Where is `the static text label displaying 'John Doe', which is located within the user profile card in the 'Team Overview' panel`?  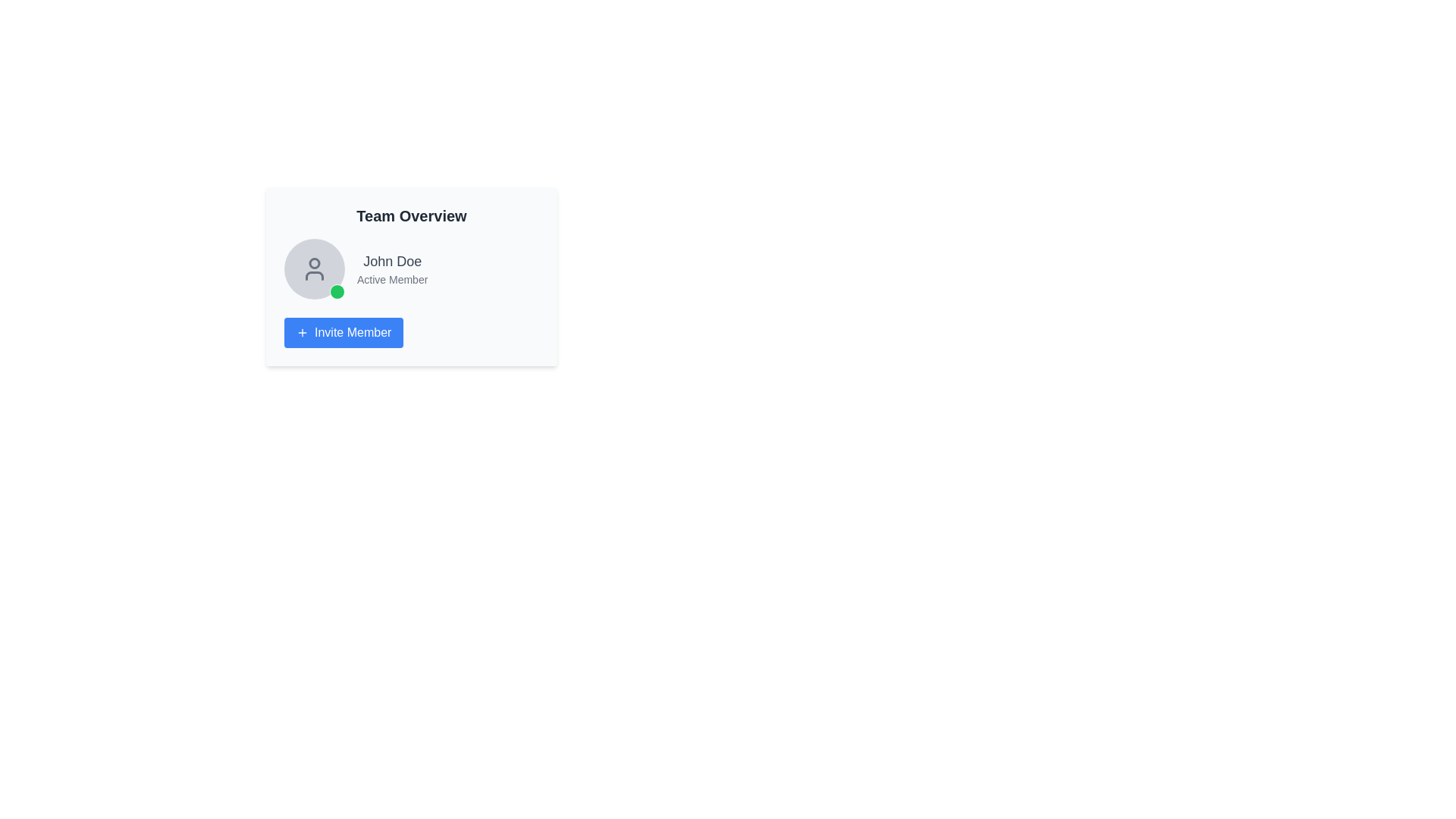
the static text label displaying 'John Doe', which is located within the user profile card in the 'Team Overview' panel is located at coordinates (392, 260).